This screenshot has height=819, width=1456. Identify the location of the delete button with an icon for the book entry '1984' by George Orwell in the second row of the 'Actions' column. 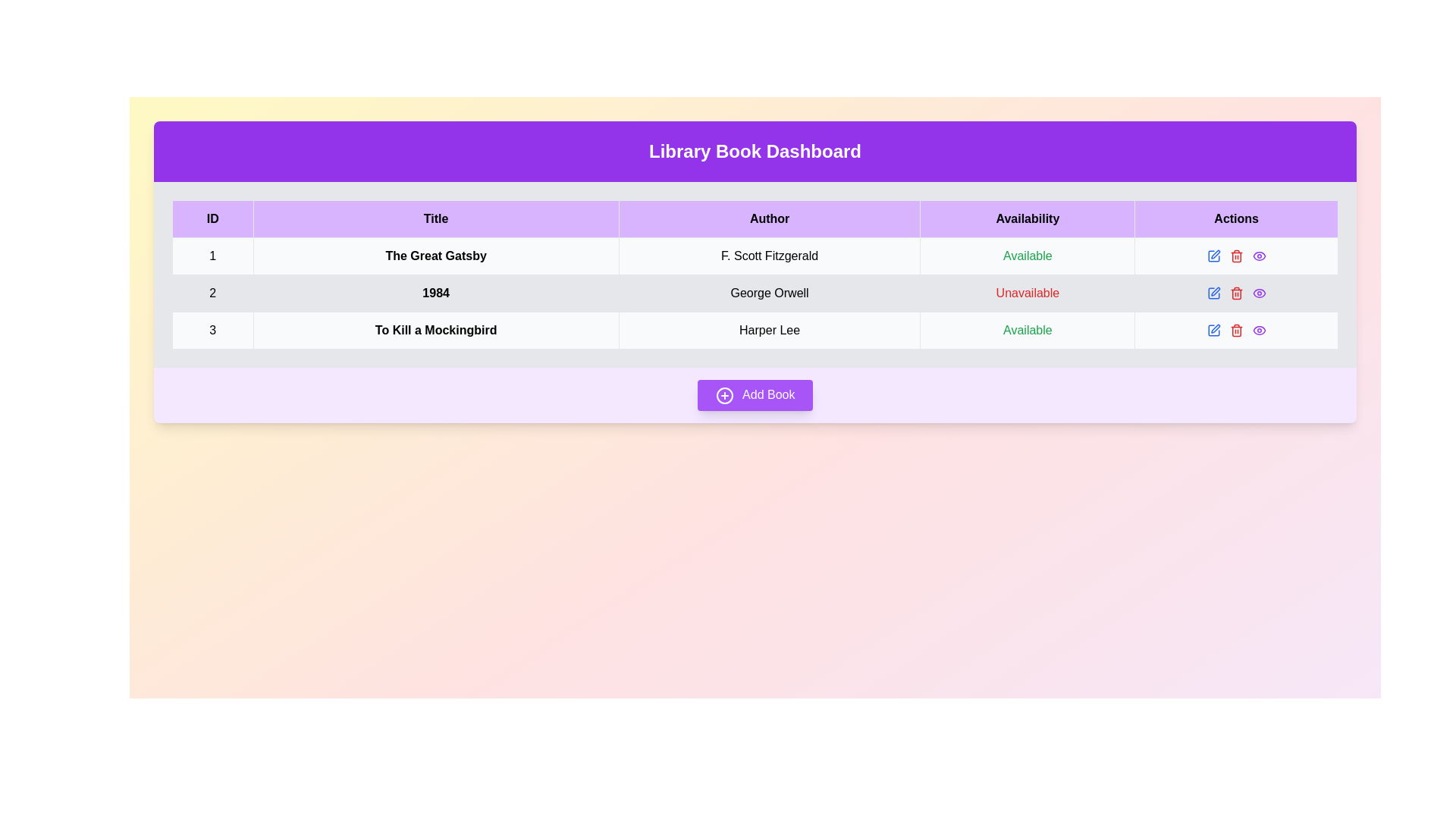
(1236, 293).